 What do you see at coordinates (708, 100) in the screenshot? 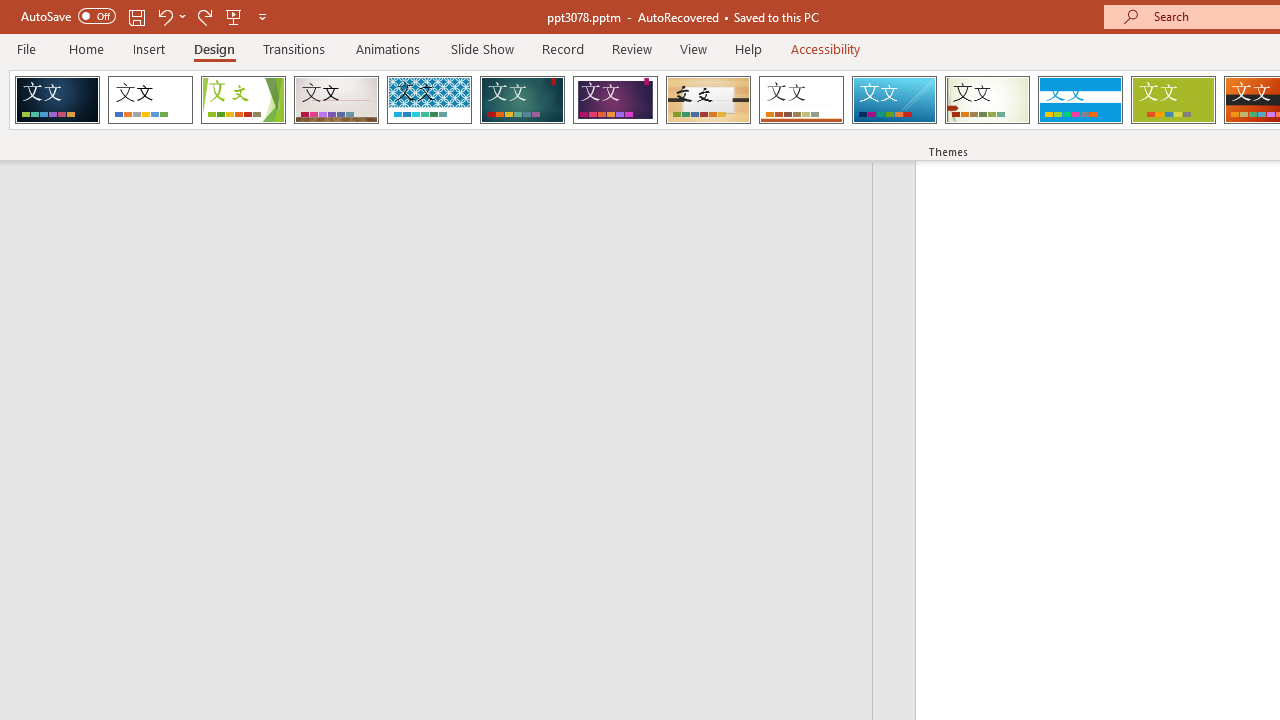
I see `'Organic'` at bounding box center [708, 100].